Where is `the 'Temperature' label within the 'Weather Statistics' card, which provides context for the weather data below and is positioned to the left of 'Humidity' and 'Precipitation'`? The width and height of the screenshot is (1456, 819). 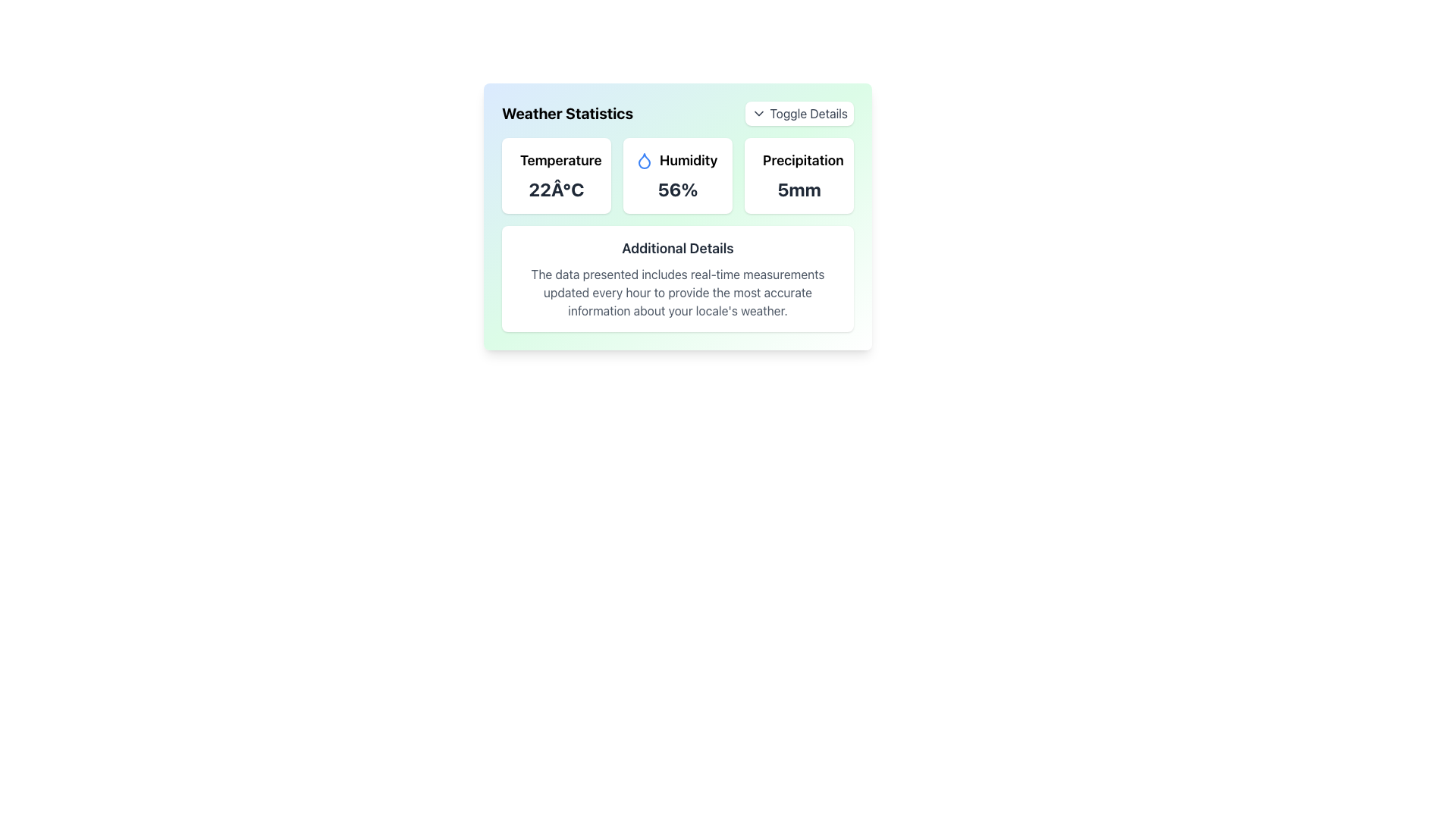
the 'Temperature' label within the 'Weather Statistics' card, which provides context for the weather data below and is positioned to the left of 'Humidity' and 'Precipitation' is located at coordinates (560, 161).